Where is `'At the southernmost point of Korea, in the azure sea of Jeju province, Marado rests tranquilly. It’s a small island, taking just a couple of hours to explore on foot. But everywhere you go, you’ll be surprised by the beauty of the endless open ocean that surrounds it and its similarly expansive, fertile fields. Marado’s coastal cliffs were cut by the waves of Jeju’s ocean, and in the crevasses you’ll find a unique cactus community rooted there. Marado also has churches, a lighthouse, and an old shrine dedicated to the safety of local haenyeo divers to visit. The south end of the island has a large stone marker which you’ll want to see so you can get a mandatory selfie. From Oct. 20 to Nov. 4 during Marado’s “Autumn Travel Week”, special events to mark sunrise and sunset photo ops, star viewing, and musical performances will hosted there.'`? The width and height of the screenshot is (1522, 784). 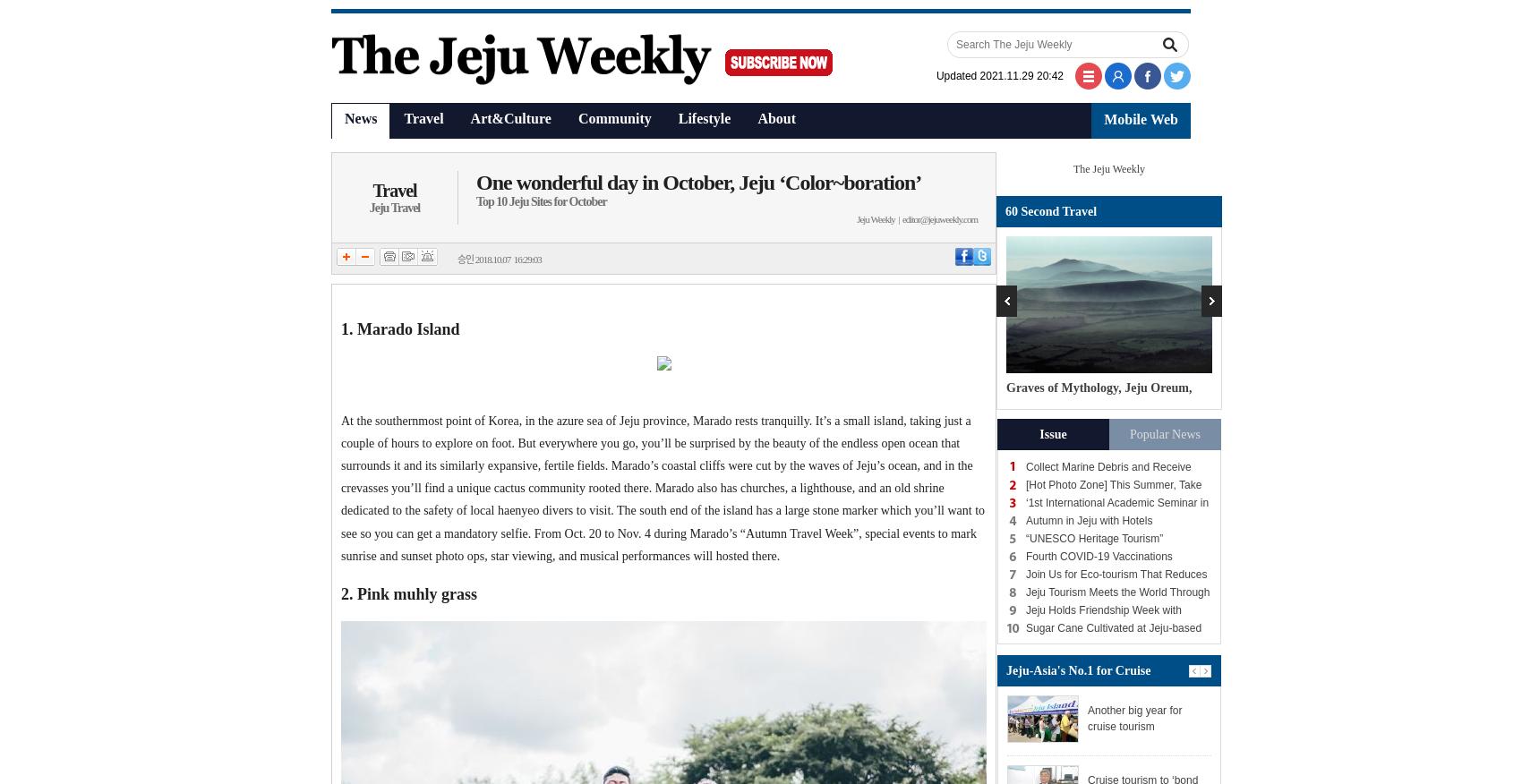 'At the southernmost point of Korea, in the azure sea of Jeju province, Marado rests tranquilly. It’s a small island, taking just a couple of hours to explore on foot. But everywhere you go, you’ll be surprised by the beauty of the endless open ocean that surrounds it and its similarly expansive, fertile fields. Marado’s coastal cliffs were cut by the waves of Jeju’s ocean, and in the crevasses you’ll find a unique cactus community rooted there. Marado also has churches, a lighthouse, and an old shrine dedicated to the safety of local haenyeo divers to visit. The south end of the island has a large stone marker which you’ll want to see so you can get a mandatory selfie. From Oct. 20 to Nov. 4 during Marado’s “Autumn Travel Week”, special events to mark sunrise and sunset photo ops, star viewing, and musical performances will hosted there.' is located at coordinates (663, 487).